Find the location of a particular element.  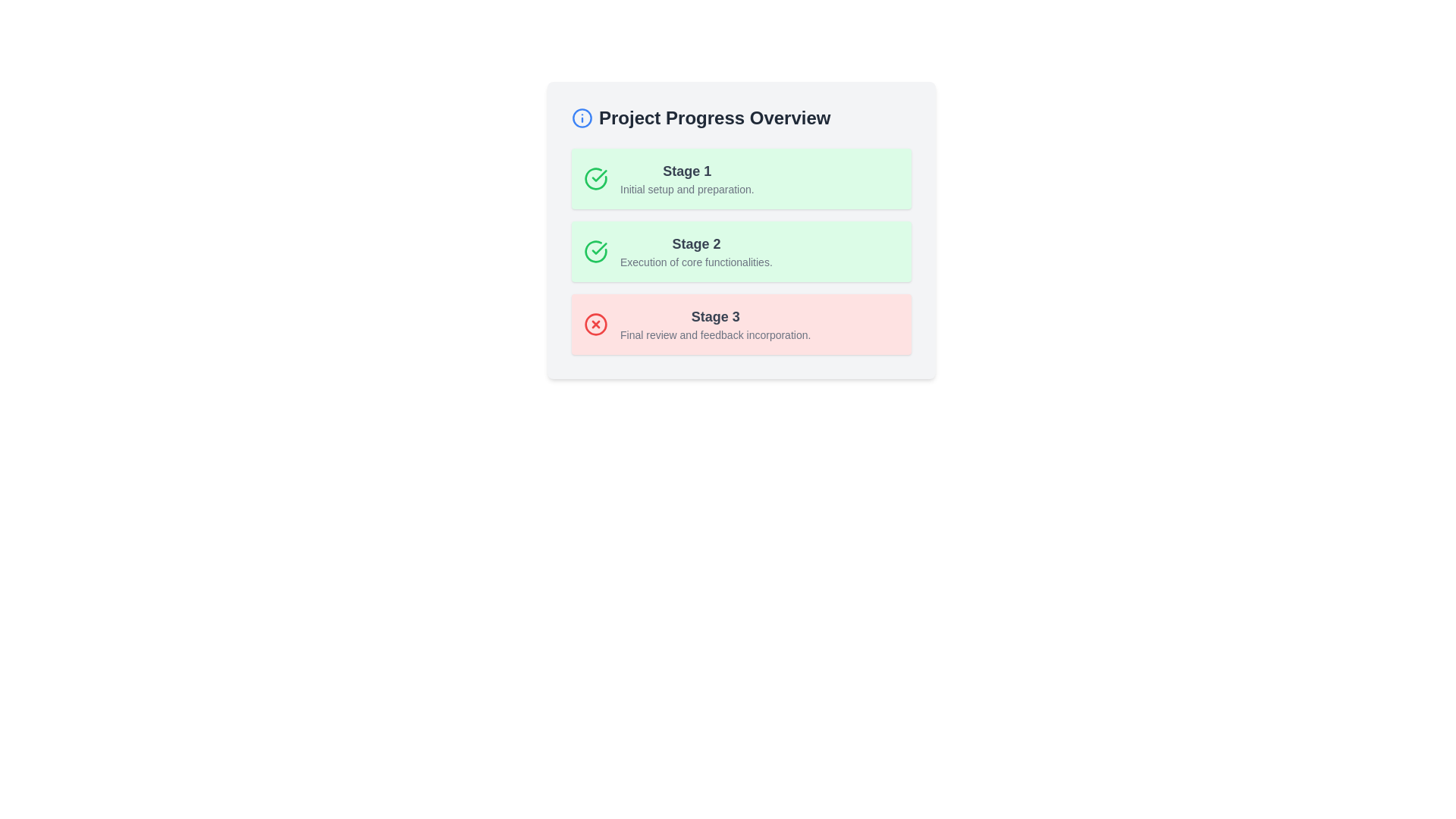

the Text label displaying 'Stage 2' with a bold font and light green background, which is the second item in a vertical list of stages is located at coordinates (695, 250).